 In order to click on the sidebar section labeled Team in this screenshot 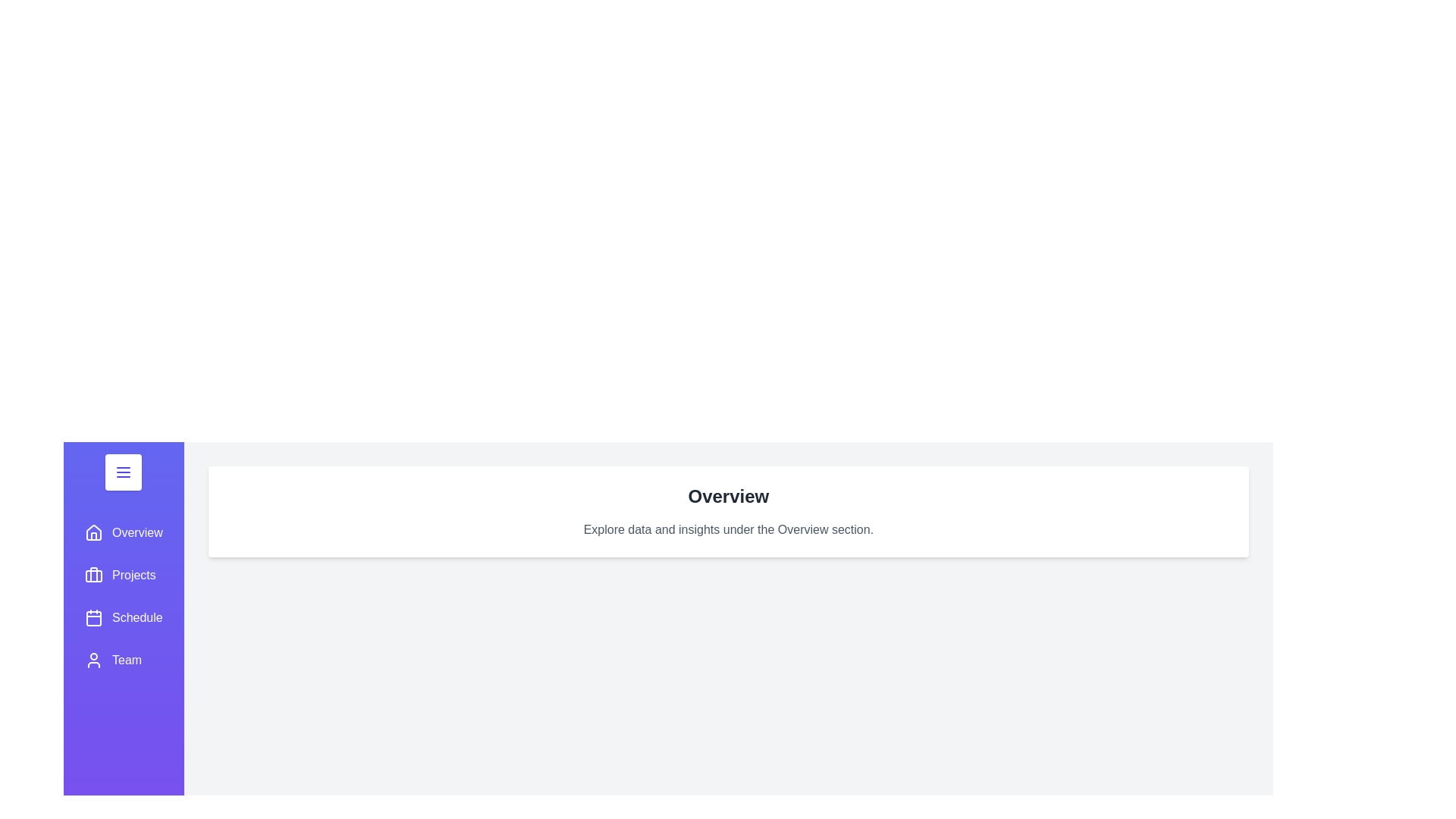, I will do `click(124, 660)`.